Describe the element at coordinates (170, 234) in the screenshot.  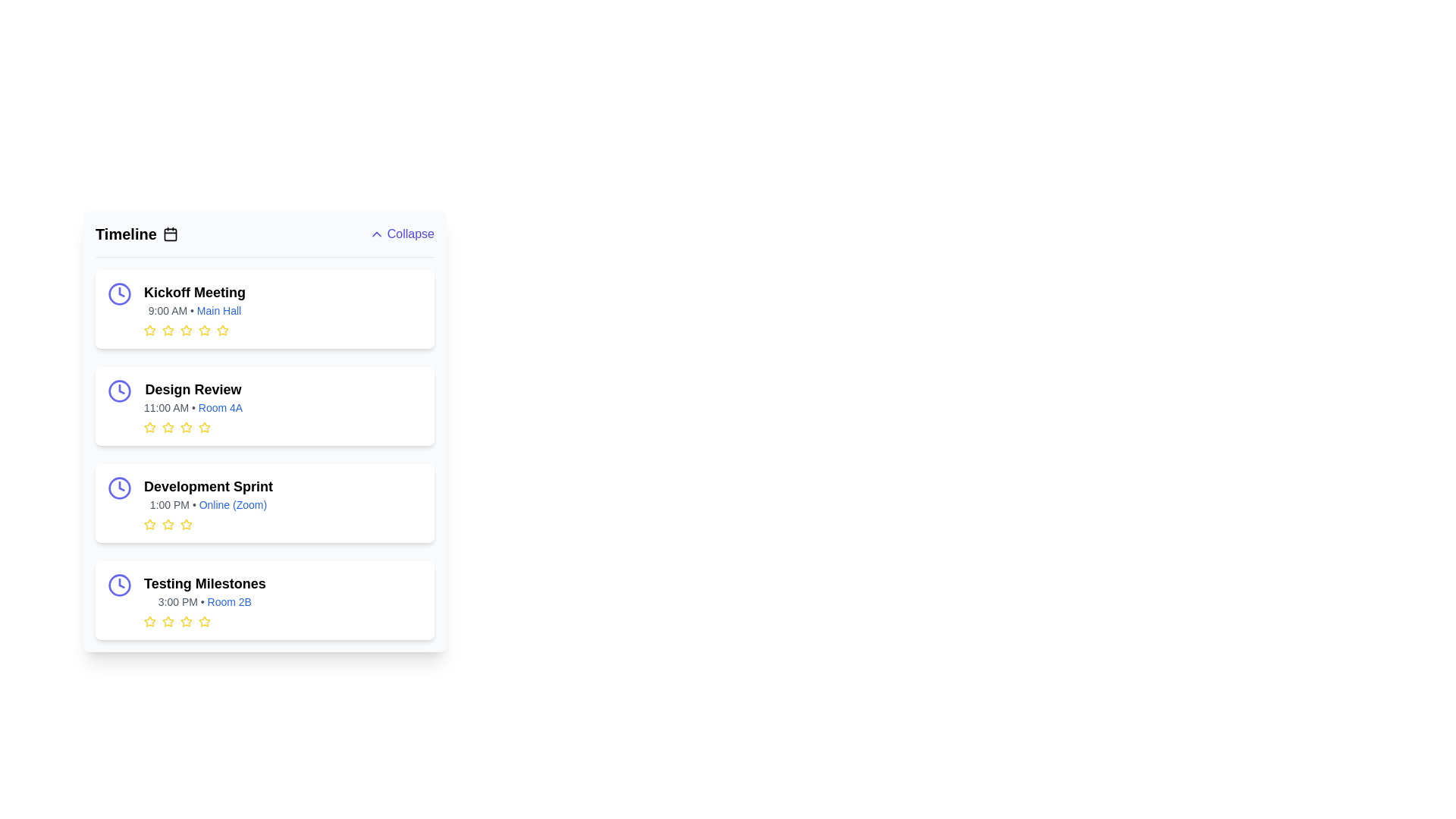
I see `the calendar icon located to the right of the 'Timeline' label in the title section, which features a minimalist design with a square shape and rounded corners` at that location.